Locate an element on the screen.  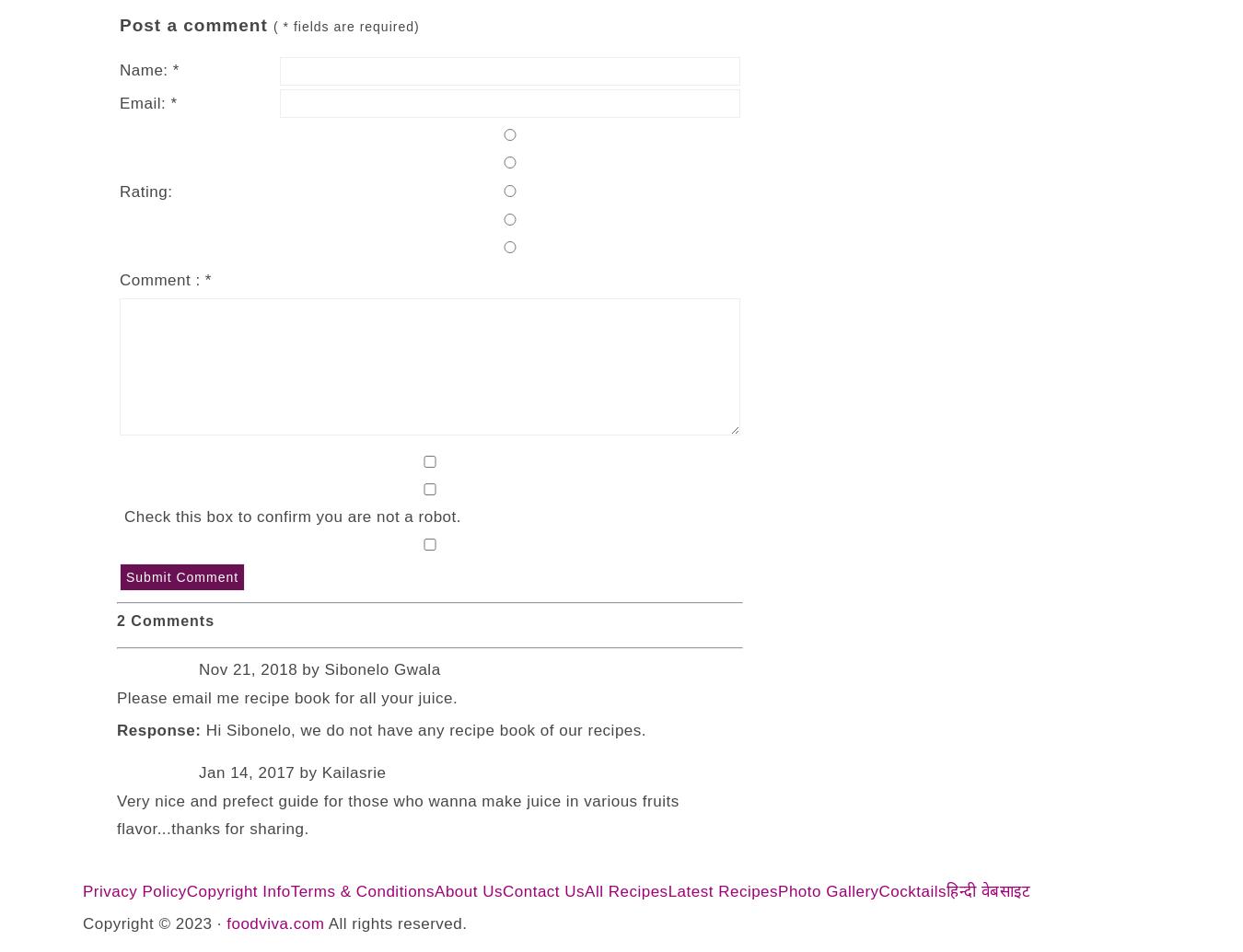
'foodviva.com' is located at coordinates (274, 923).